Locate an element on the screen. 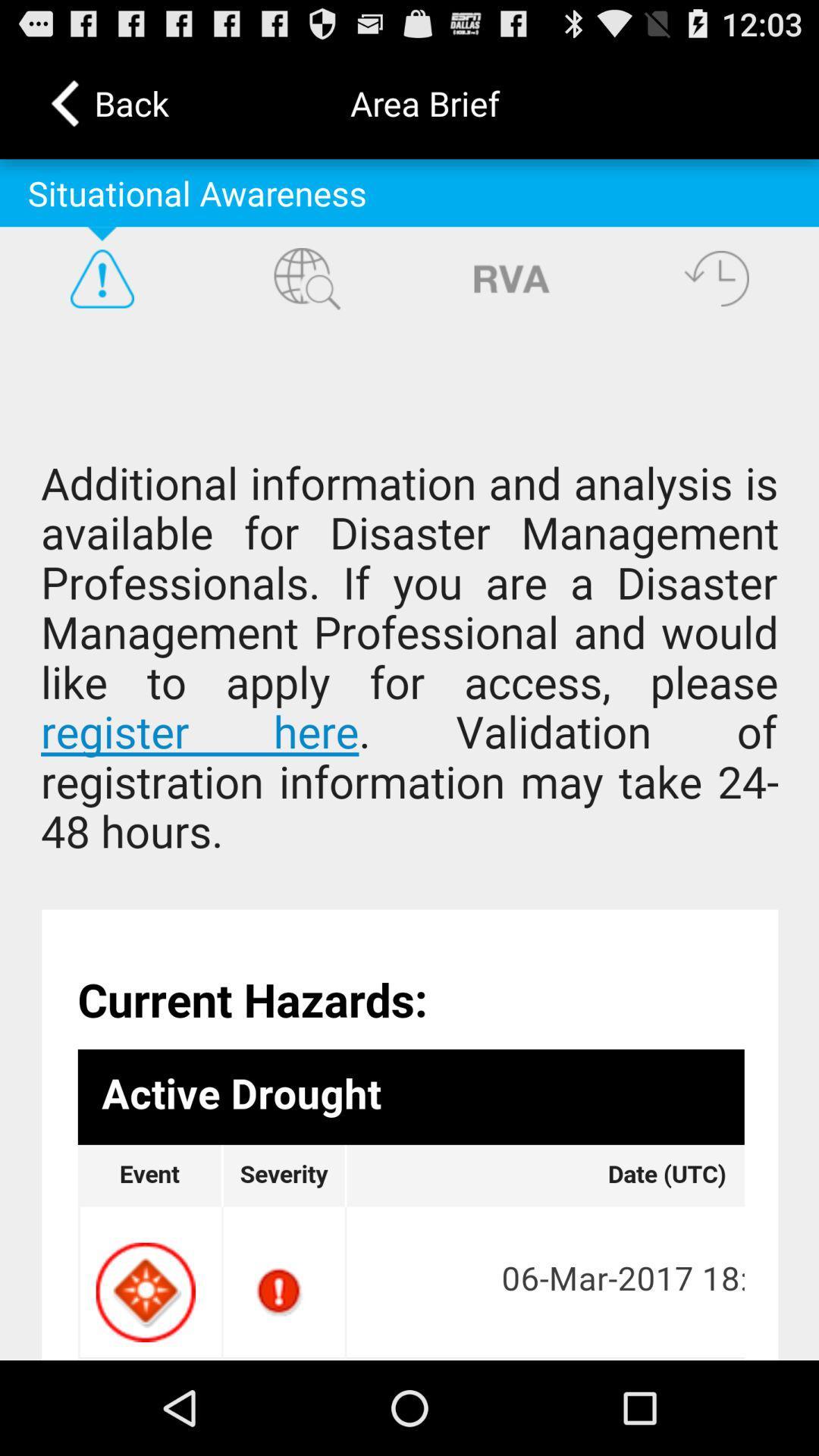  search is located at coordinates (307, 278).